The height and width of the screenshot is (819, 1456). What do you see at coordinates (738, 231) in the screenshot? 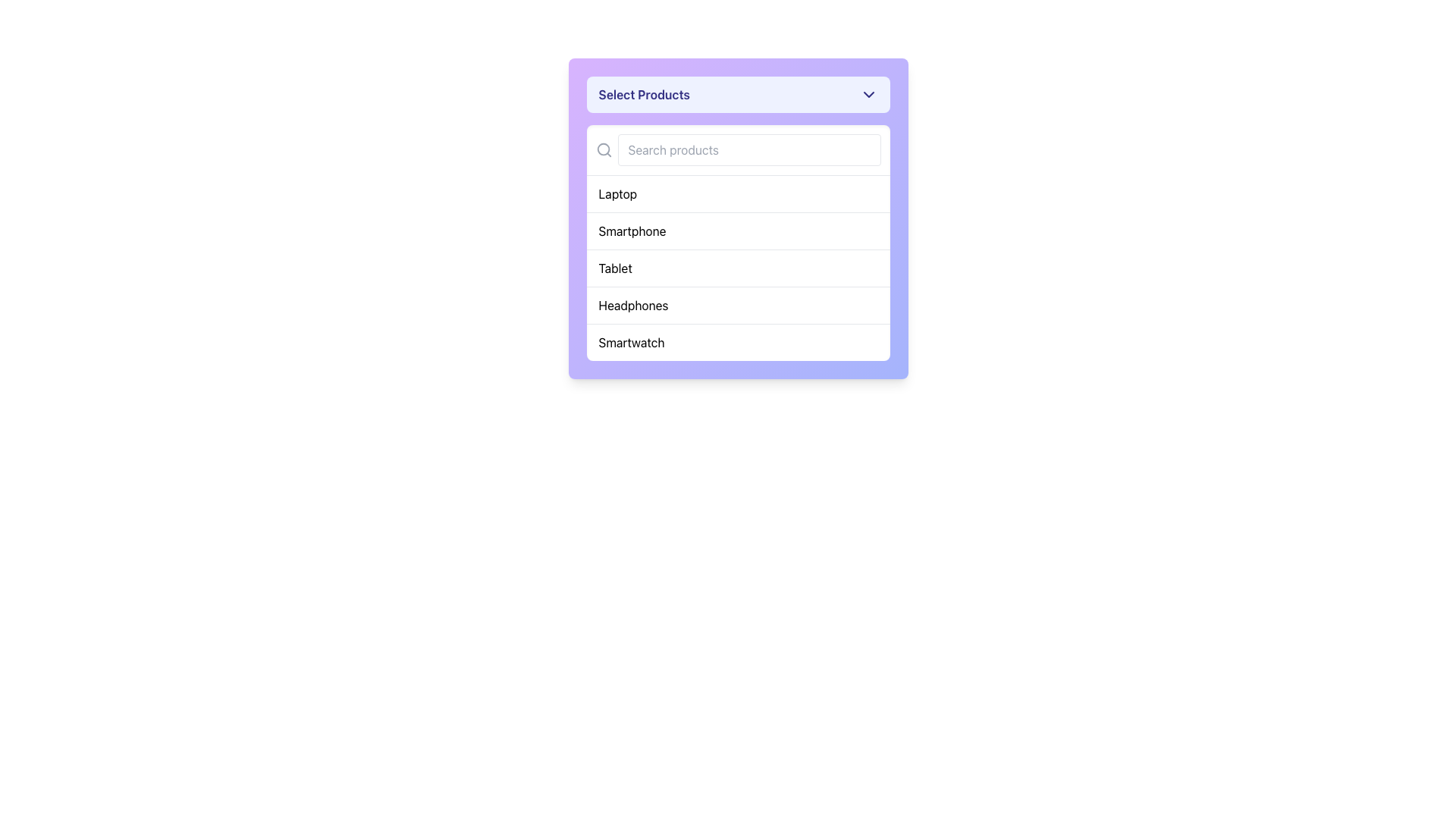
I see `the 'Smartphone' option in the dropdown list` at bounding box center [738, 231].